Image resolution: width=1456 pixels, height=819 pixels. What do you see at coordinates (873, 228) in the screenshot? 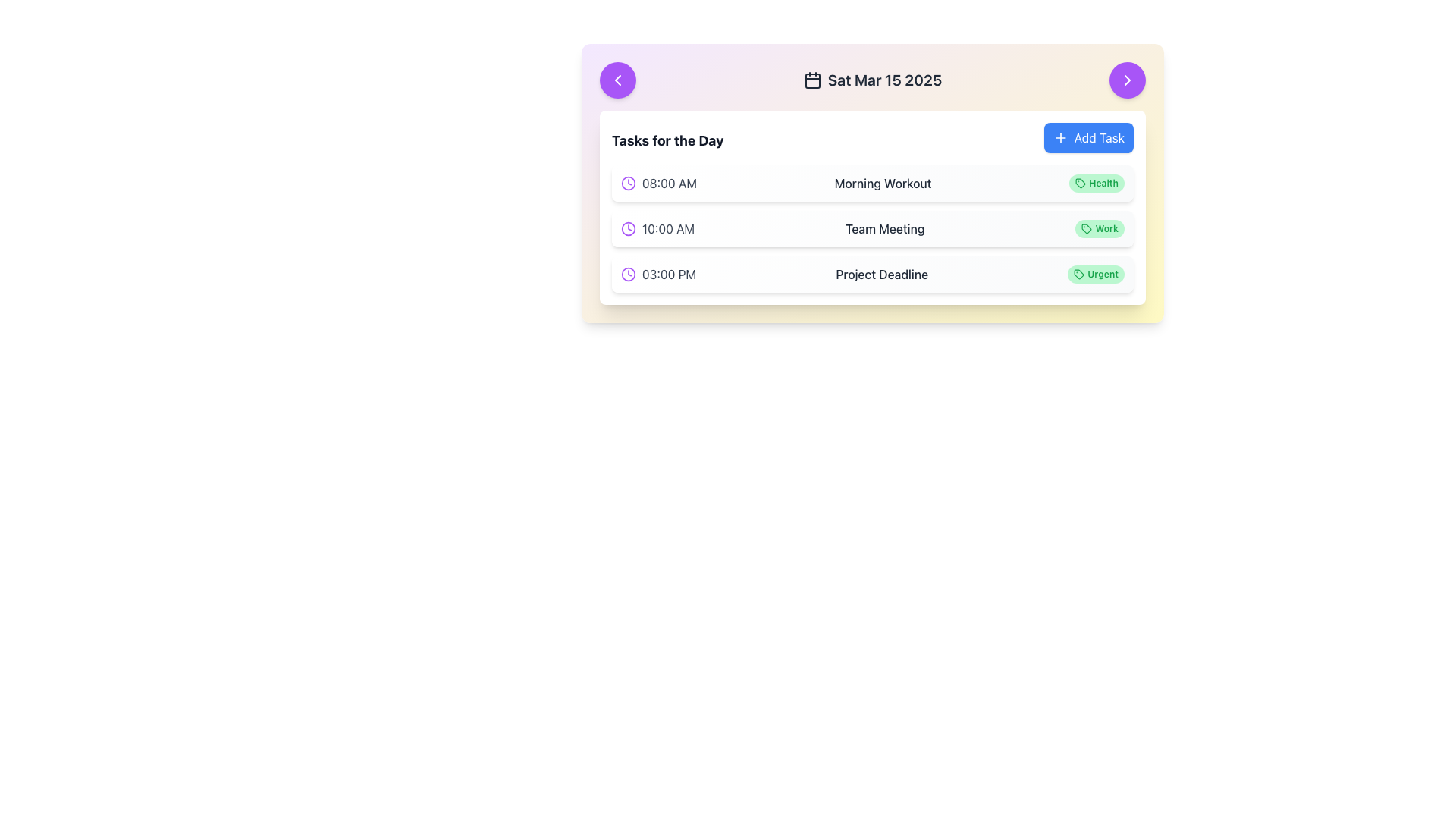
I see `the second item in the list of tasks, representing a scheduled team meeting` at bounding box center [873, 228].